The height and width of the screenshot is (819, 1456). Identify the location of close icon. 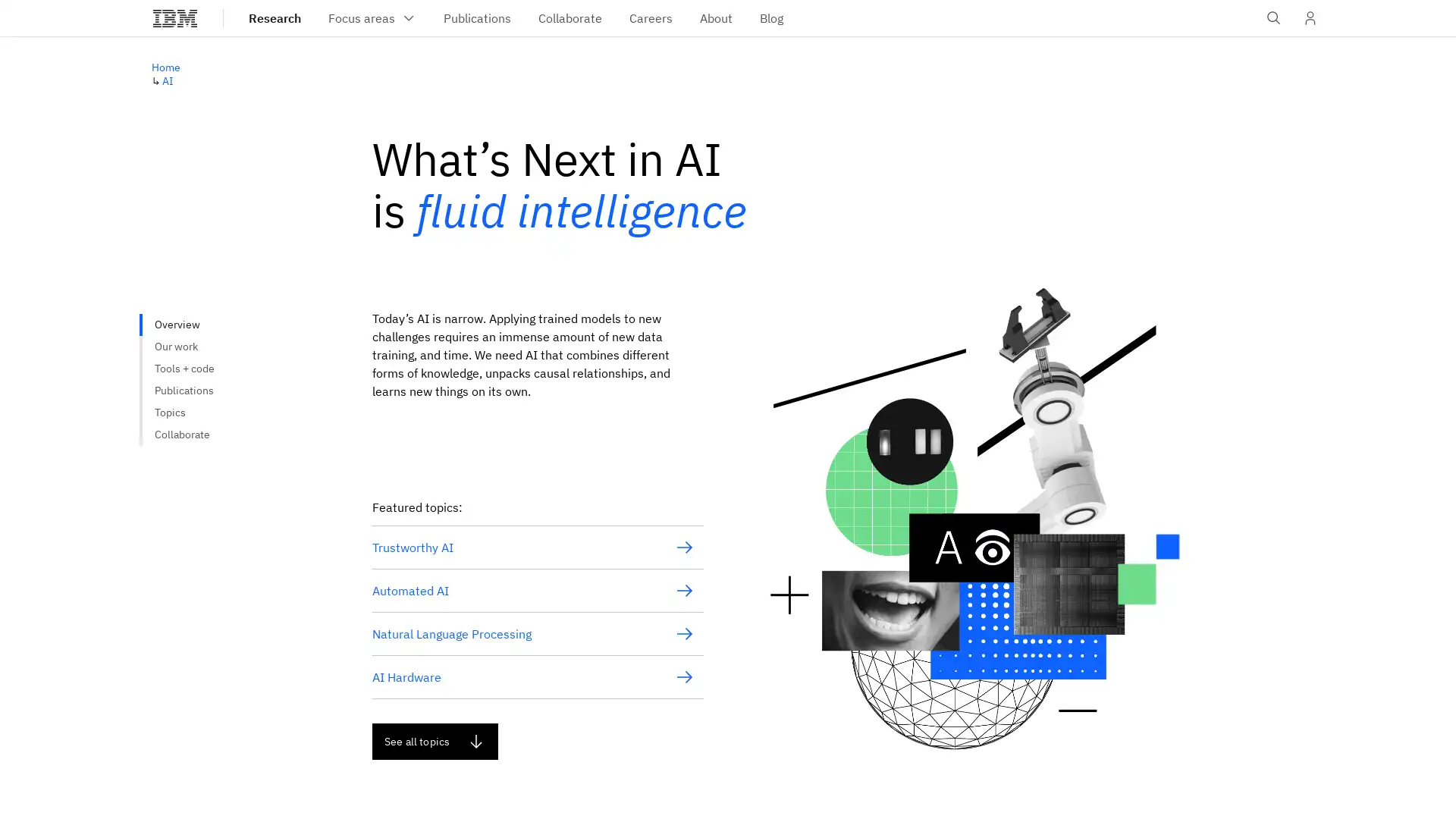
(1444, 683).